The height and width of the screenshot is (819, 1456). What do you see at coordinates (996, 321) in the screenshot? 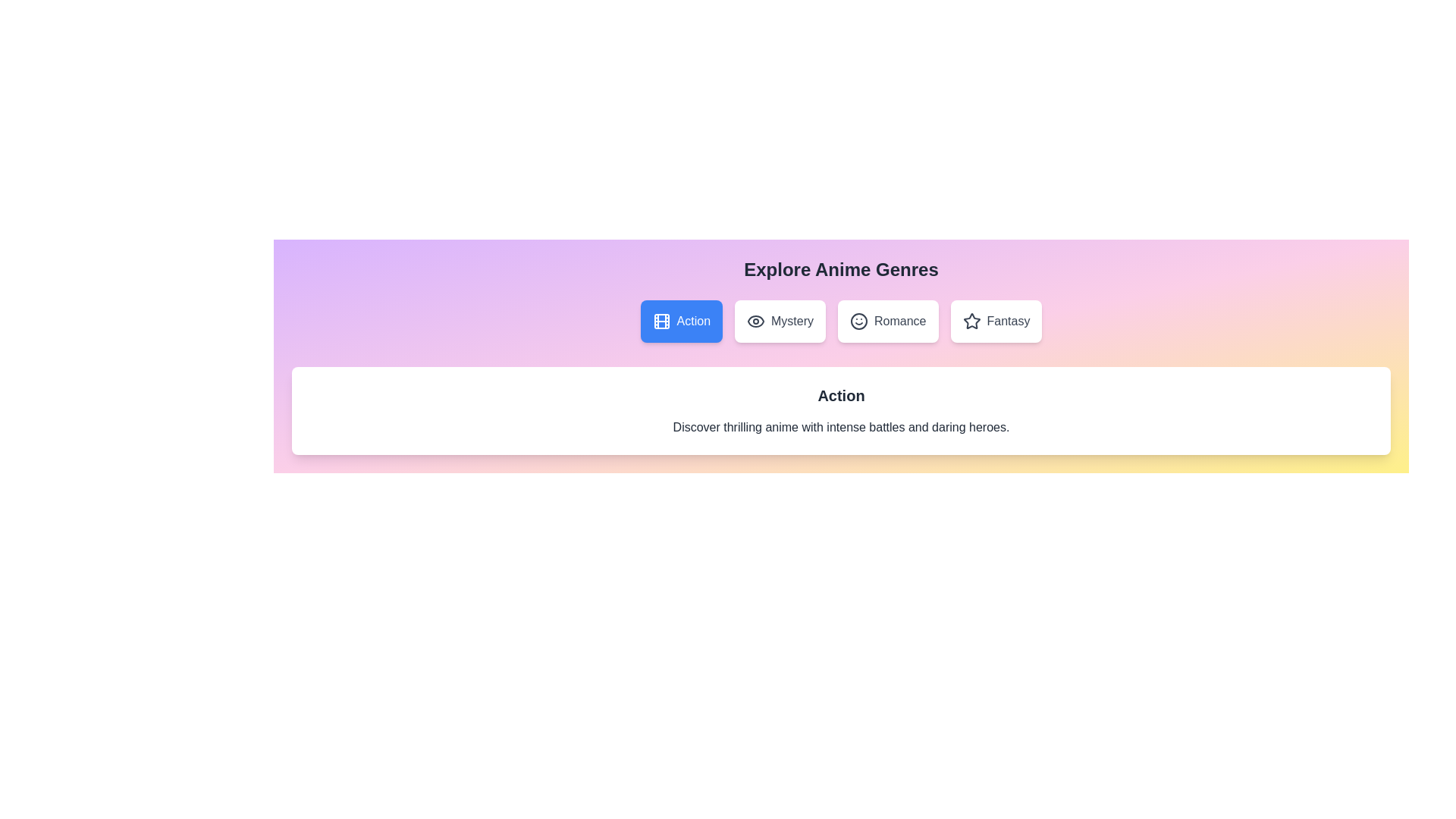
I see `the genre Fantasy by clicking on its corresponding button` at bounding box center [996, 321].